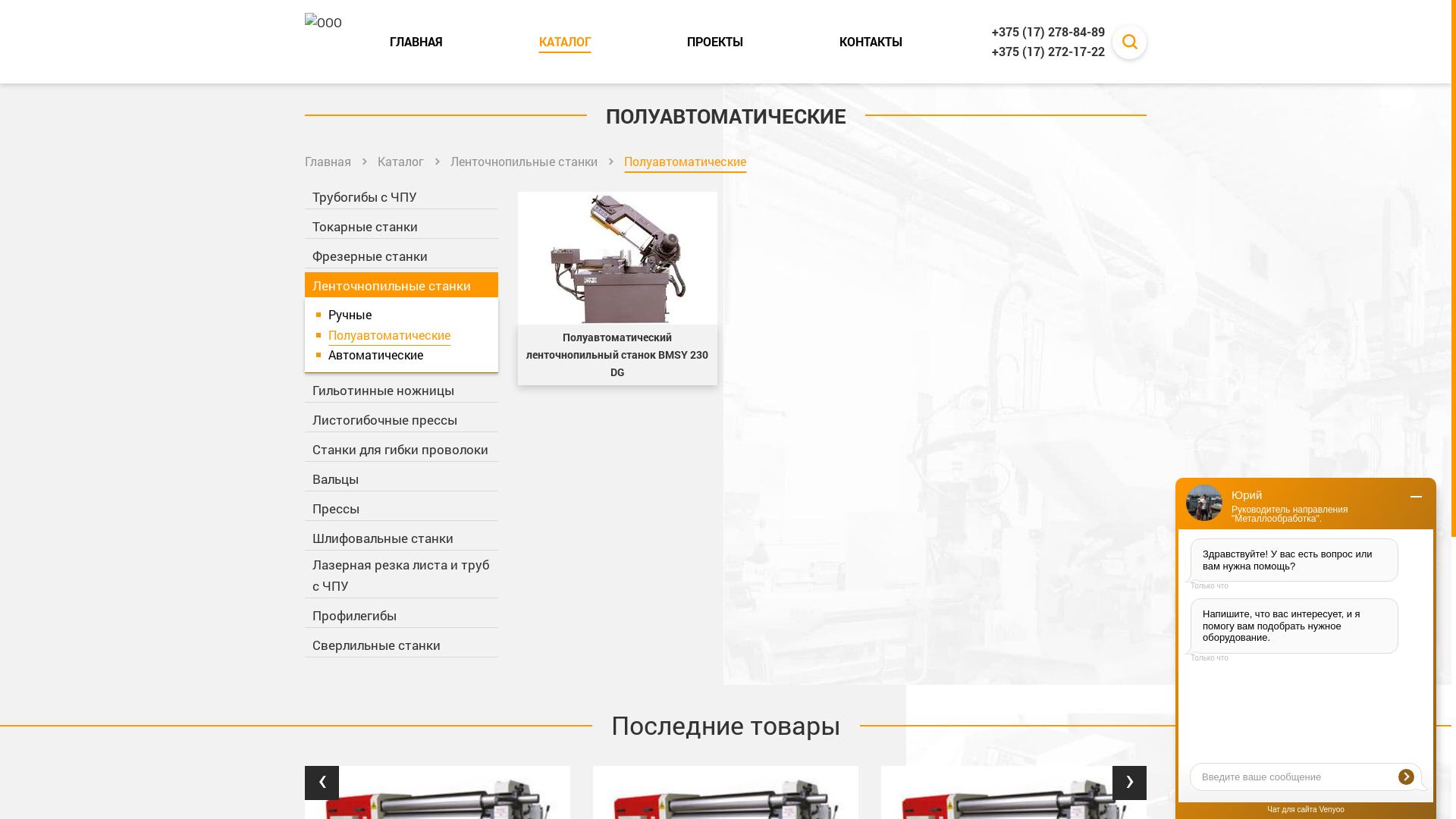 Image resolution: width=1456 pixels, height=819 pixels. I want to click on '+375 (17) 272-17-22', so click(1047, 51).